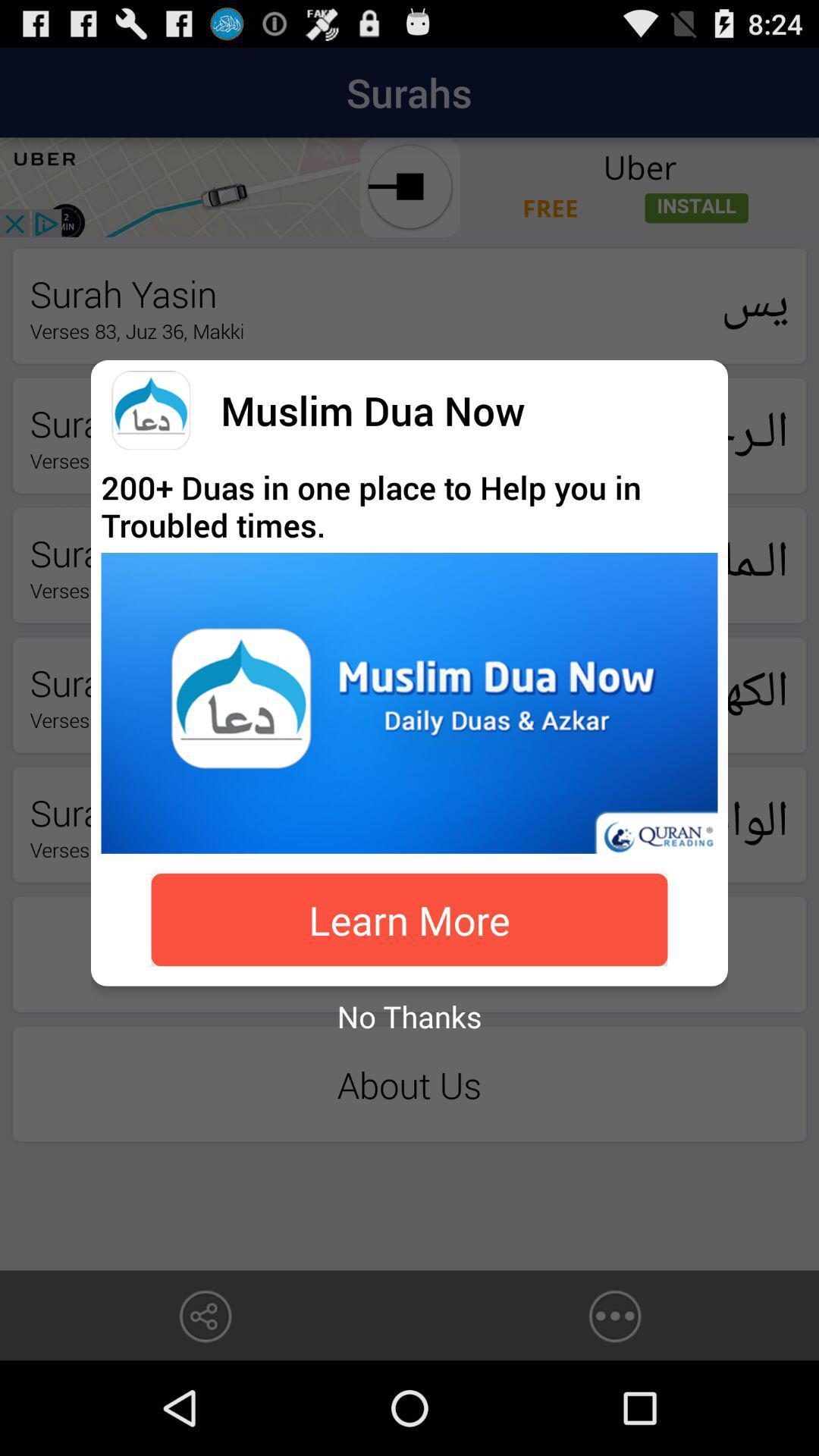  Describe the element at coordinates (409, 1016) in the screenshot. I see `the no thanks at the bottom` at that location.